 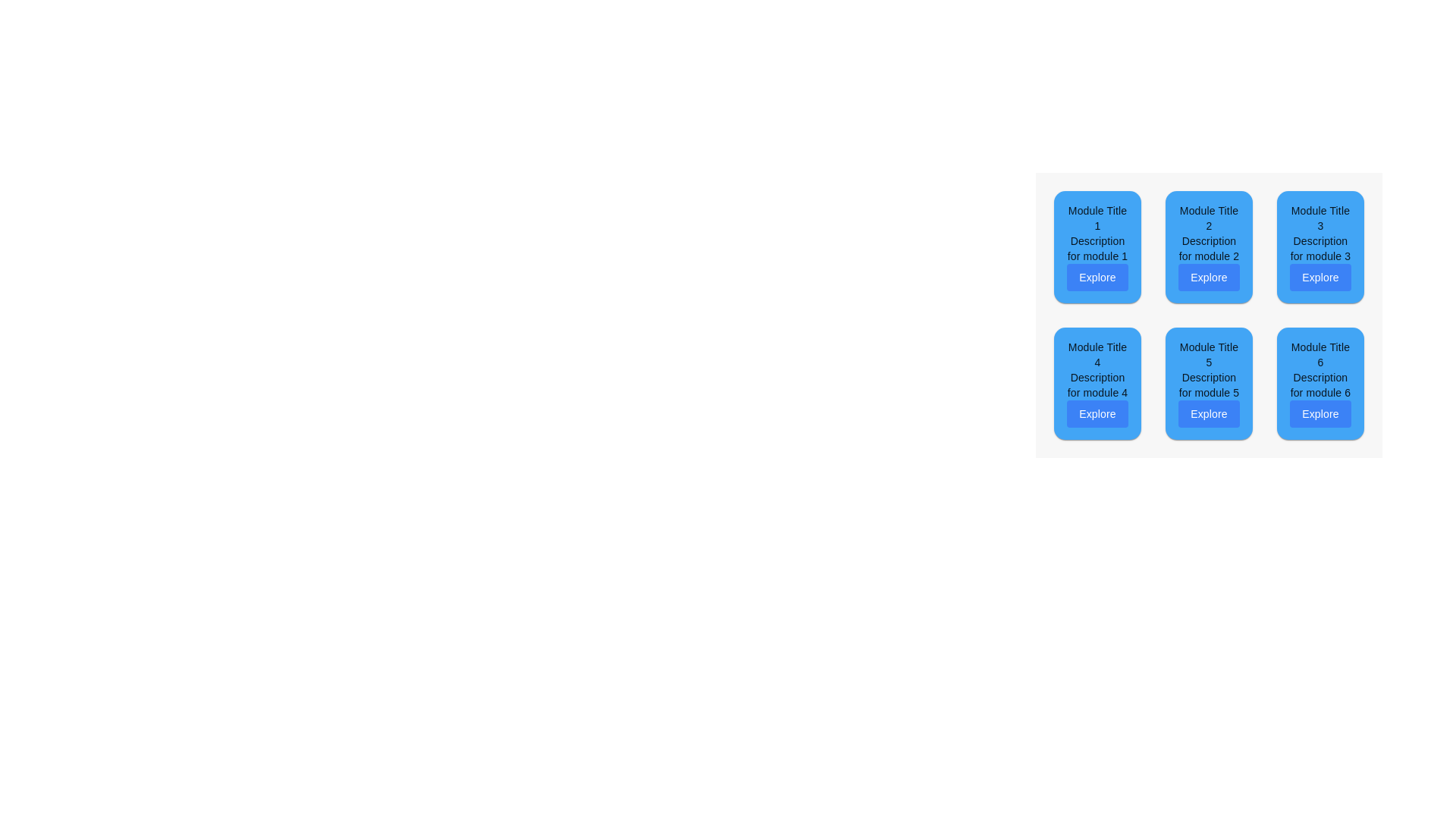 What do you see at coordinates (1097, 355) in the screenshot?
I see `the static text label 'Module Title 4', which is styled in bold black text on a blue background, located in the first card of the second row in a 2x3 grid` at bounding box center [1097, 355].